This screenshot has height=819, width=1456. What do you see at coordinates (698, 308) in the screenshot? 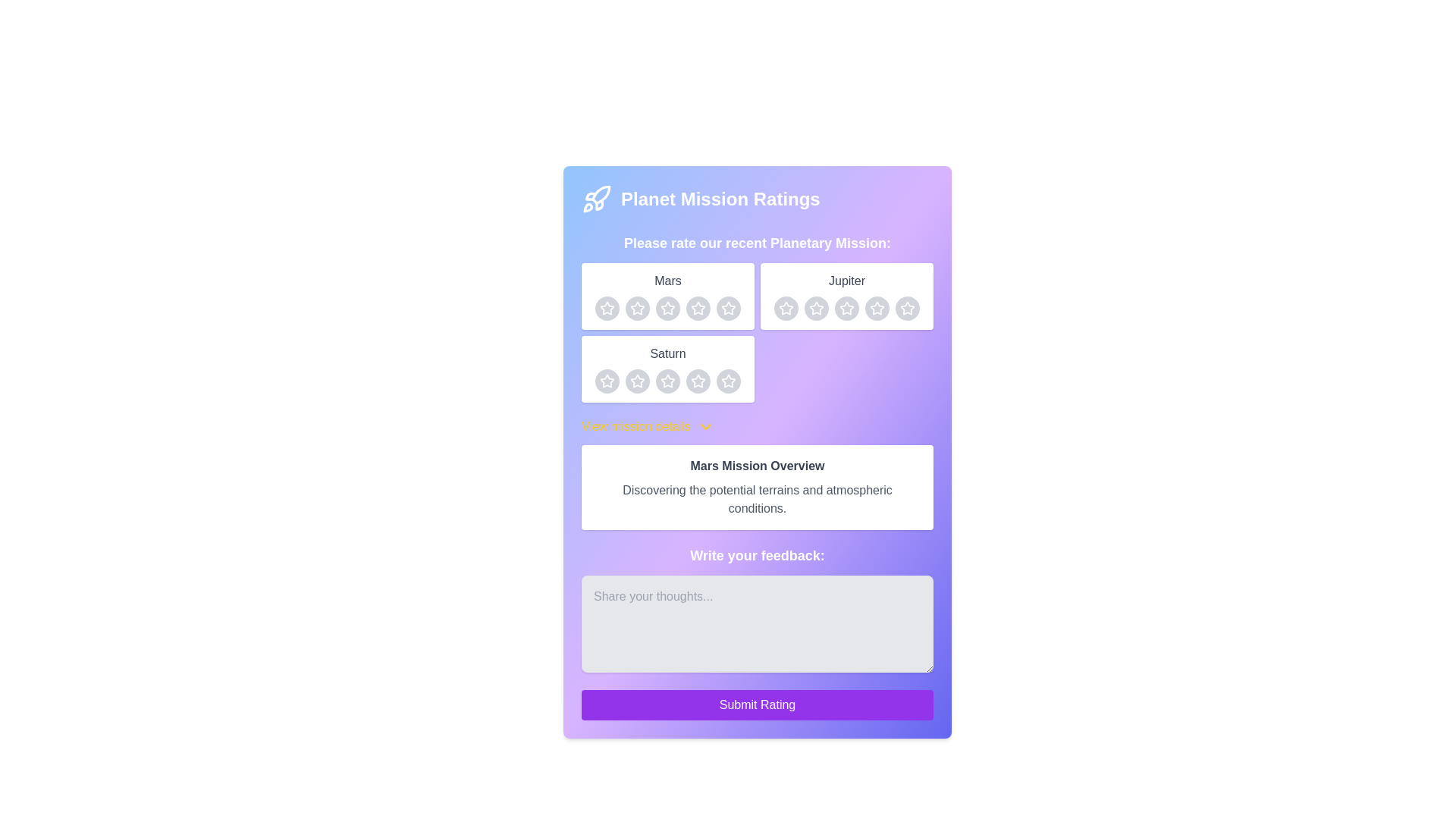
I see `the fourth star button in the 'Mars' rating section, which is a circular button with a light gray background and a white star-shaped icon in the center` at bounding box center [698, 308].